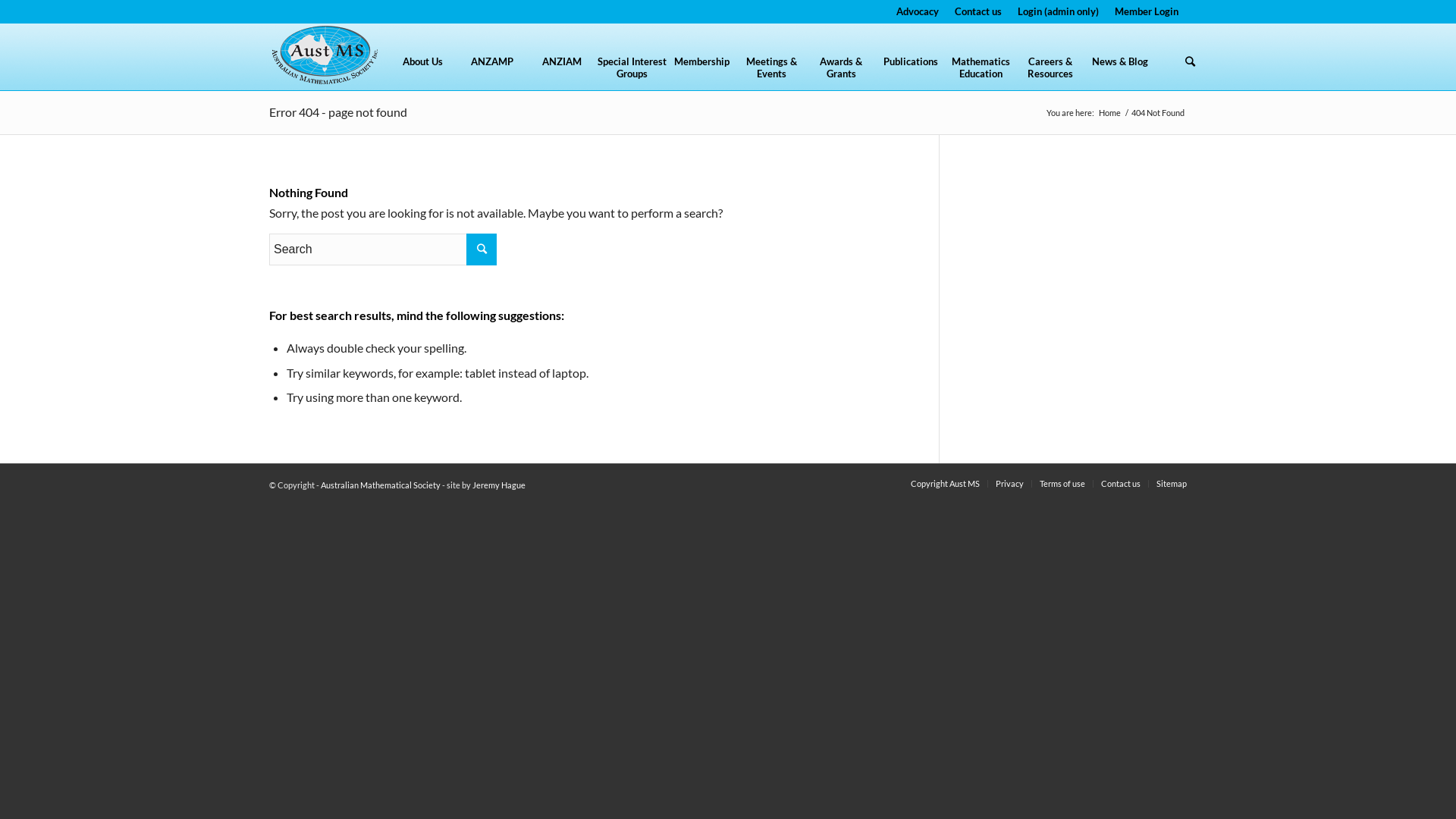 This screenshot has width=1456, height=819. What do you see at coordinates (701, 72) in the screenshot?
I see `'Membership'` at bounding box center [701, 72].